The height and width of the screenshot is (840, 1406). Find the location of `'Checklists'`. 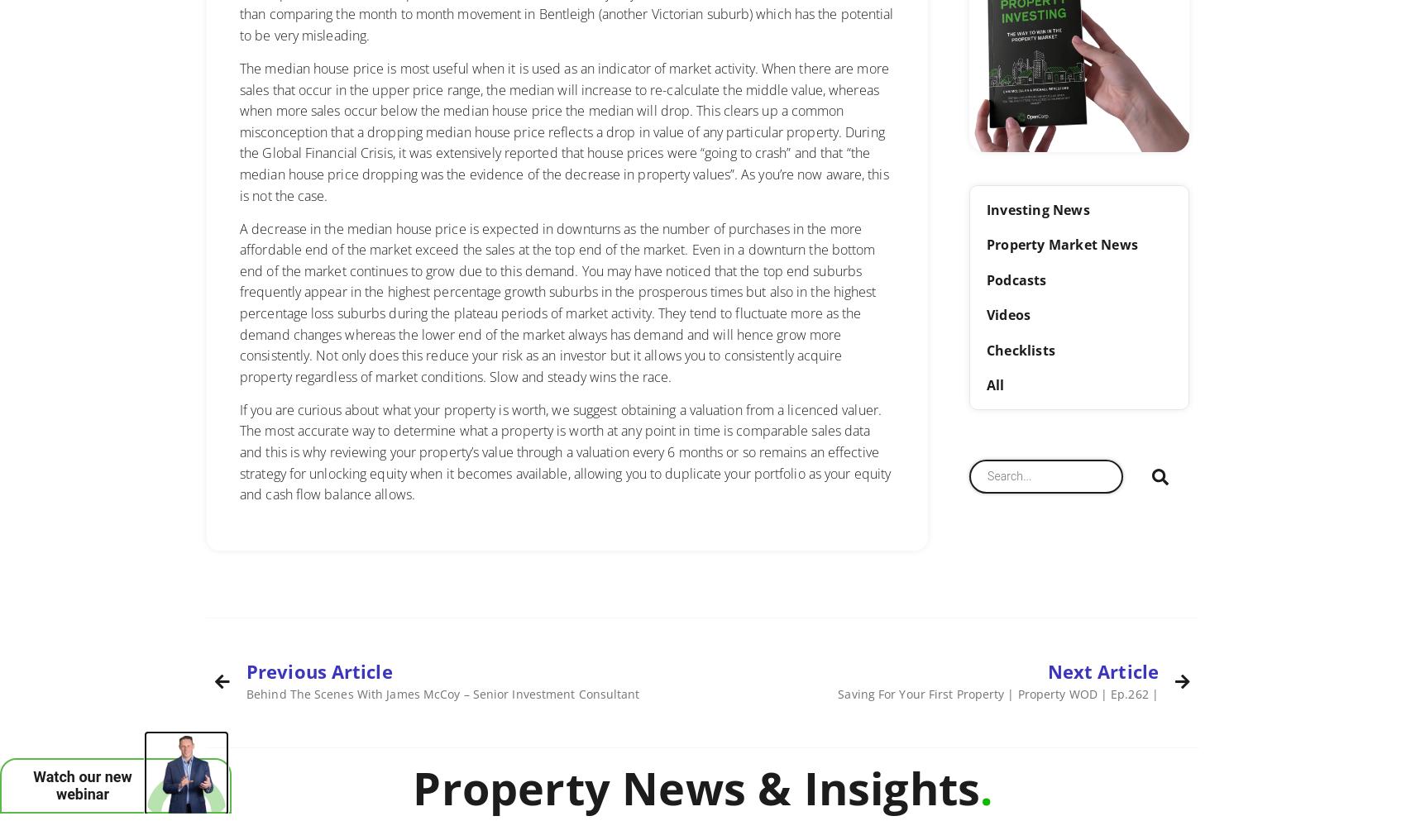

'Checklists' is located at coordinates (1020, 348).